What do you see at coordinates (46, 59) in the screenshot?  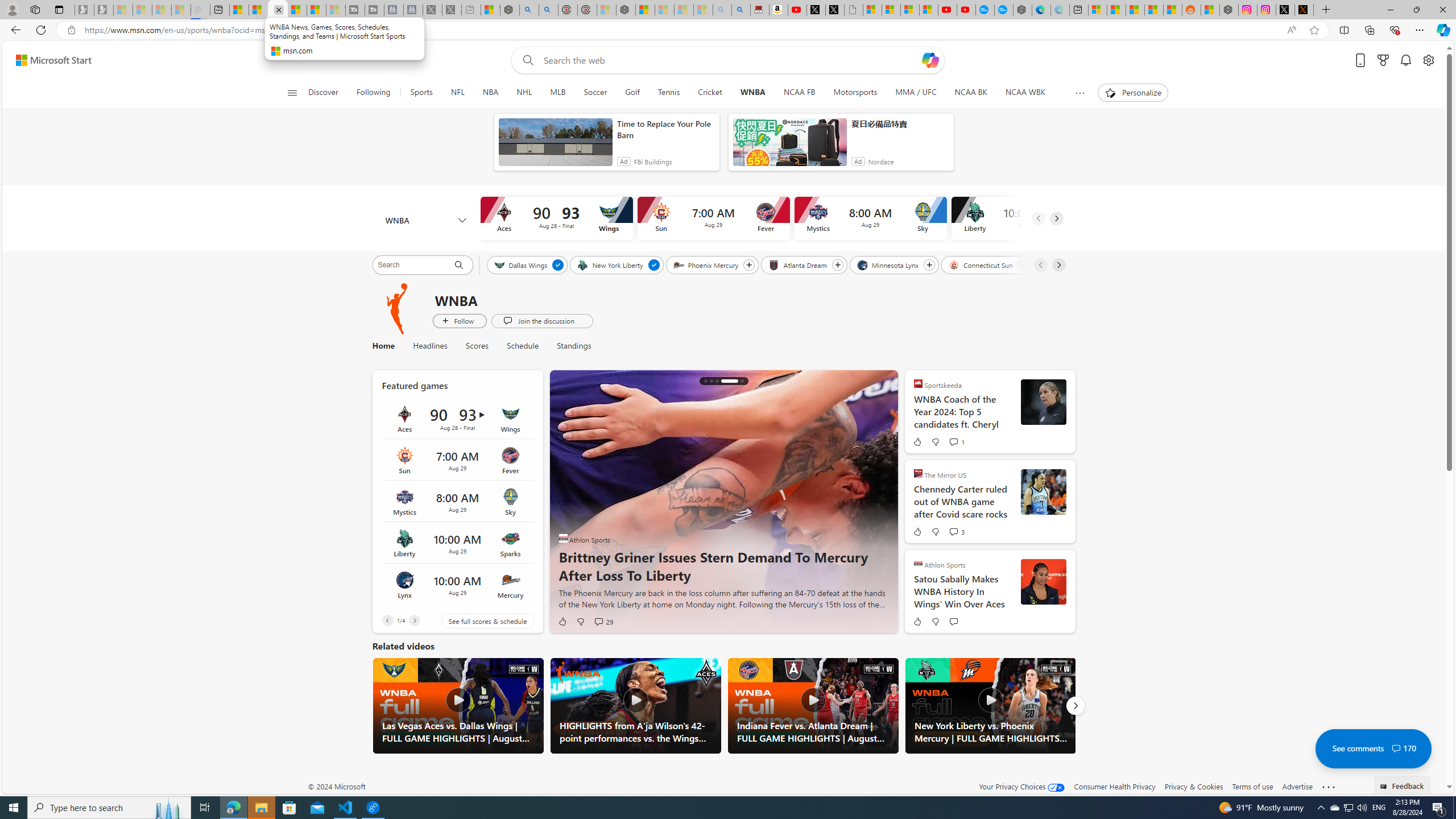 I see `'Skip to footer'` at bounding box center [46, 59].